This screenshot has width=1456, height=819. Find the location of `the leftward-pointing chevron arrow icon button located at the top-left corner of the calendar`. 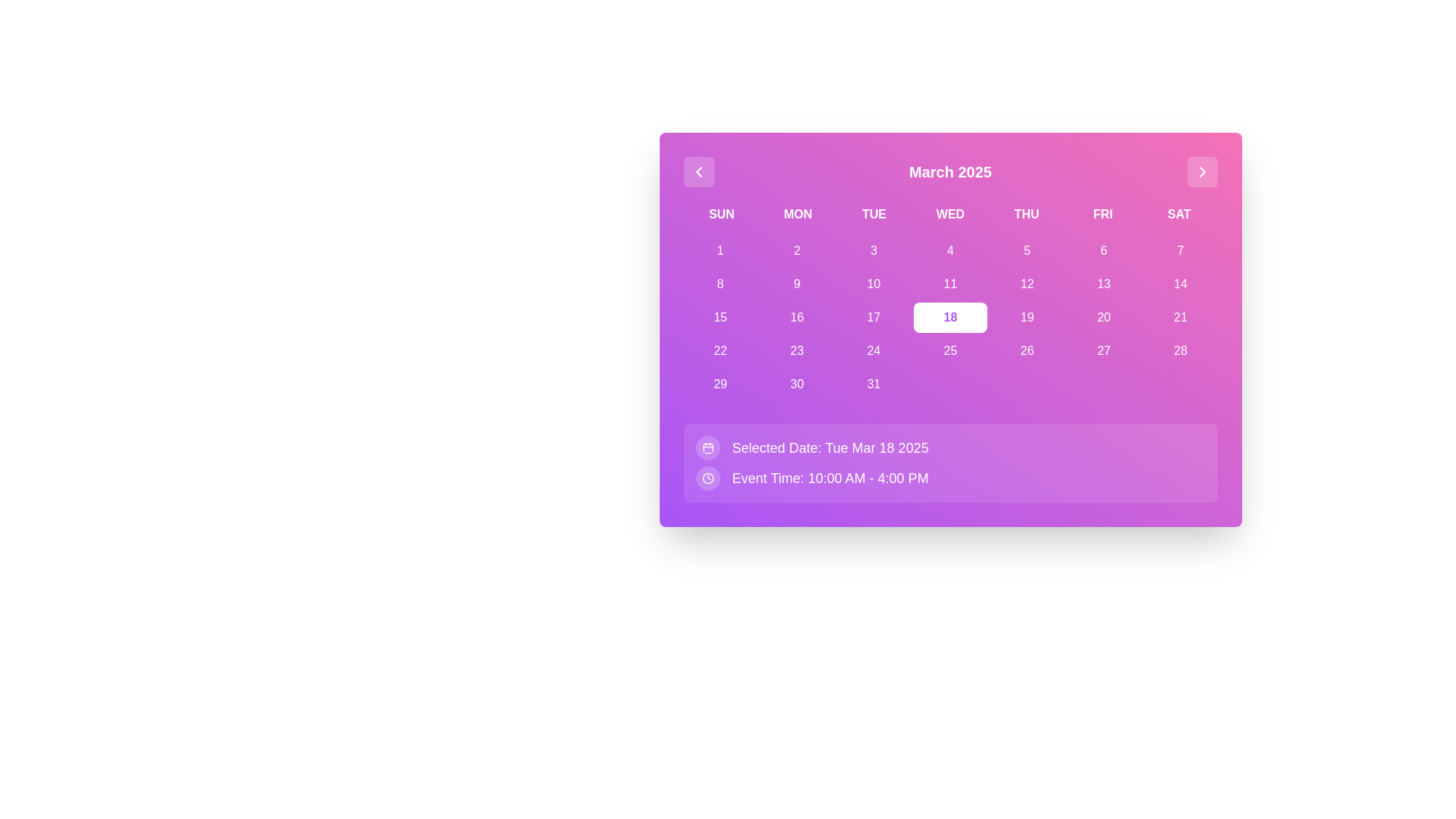

the leftward-pointing chevron arrow icon button located at the top-left corner of the calendar is located at coordinates (698, 171).